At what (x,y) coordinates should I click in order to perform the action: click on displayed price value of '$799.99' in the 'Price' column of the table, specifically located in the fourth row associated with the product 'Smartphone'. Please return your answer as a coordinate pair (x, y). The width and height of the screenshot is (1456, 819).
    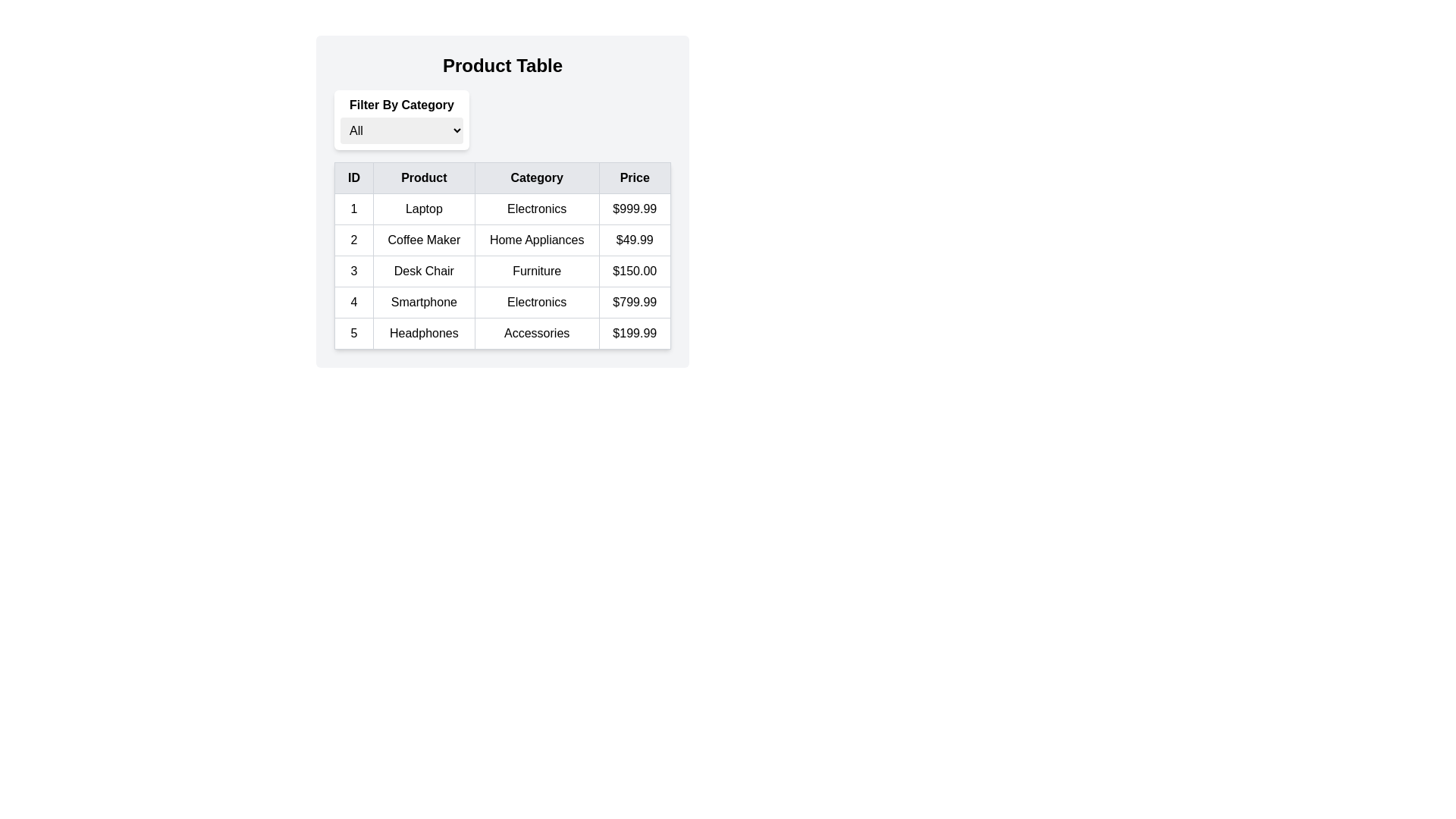
    Looking at the image, I should click on (635, 302).